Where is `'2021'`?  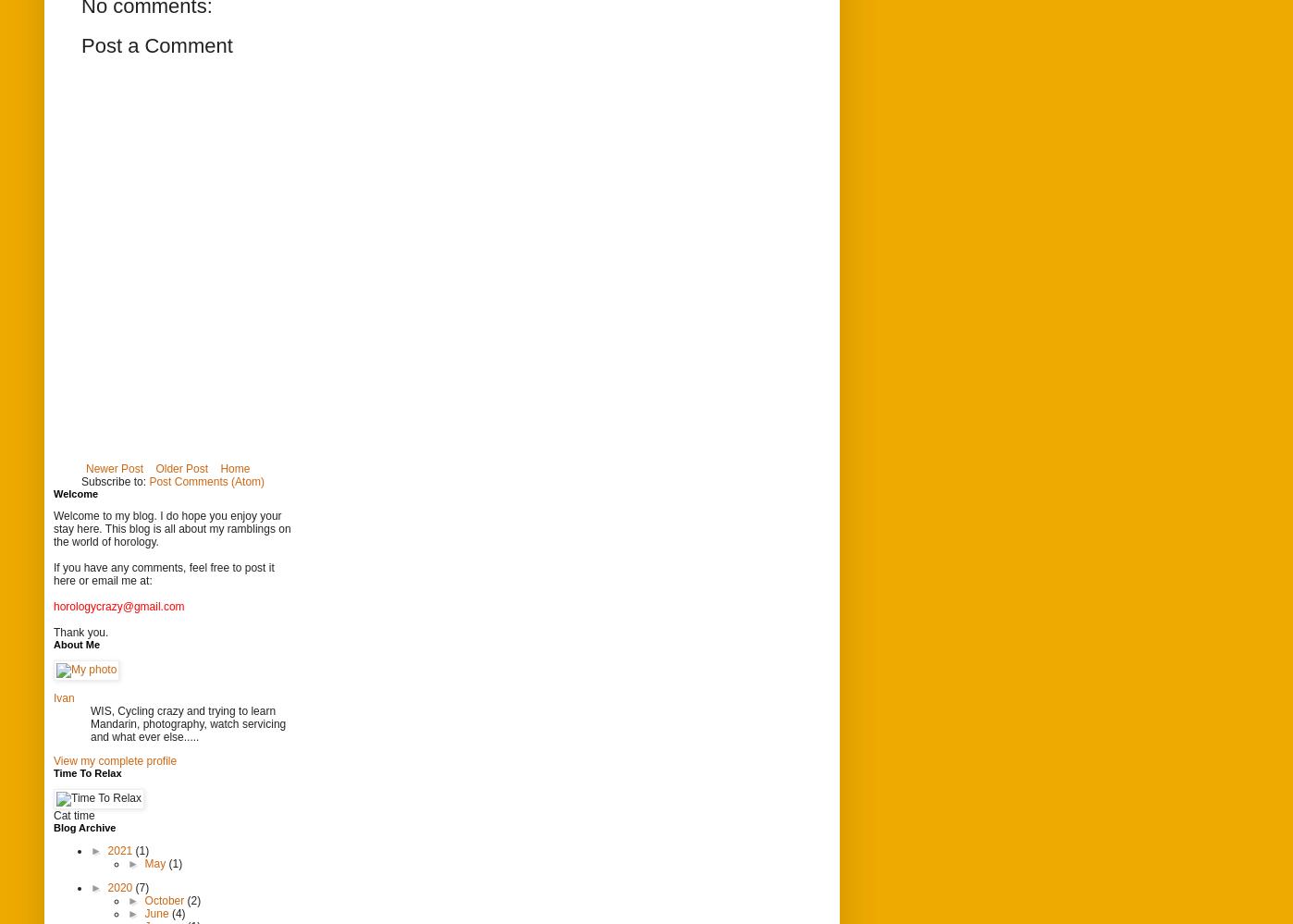 '2021' is located at coordinates (120, 849).